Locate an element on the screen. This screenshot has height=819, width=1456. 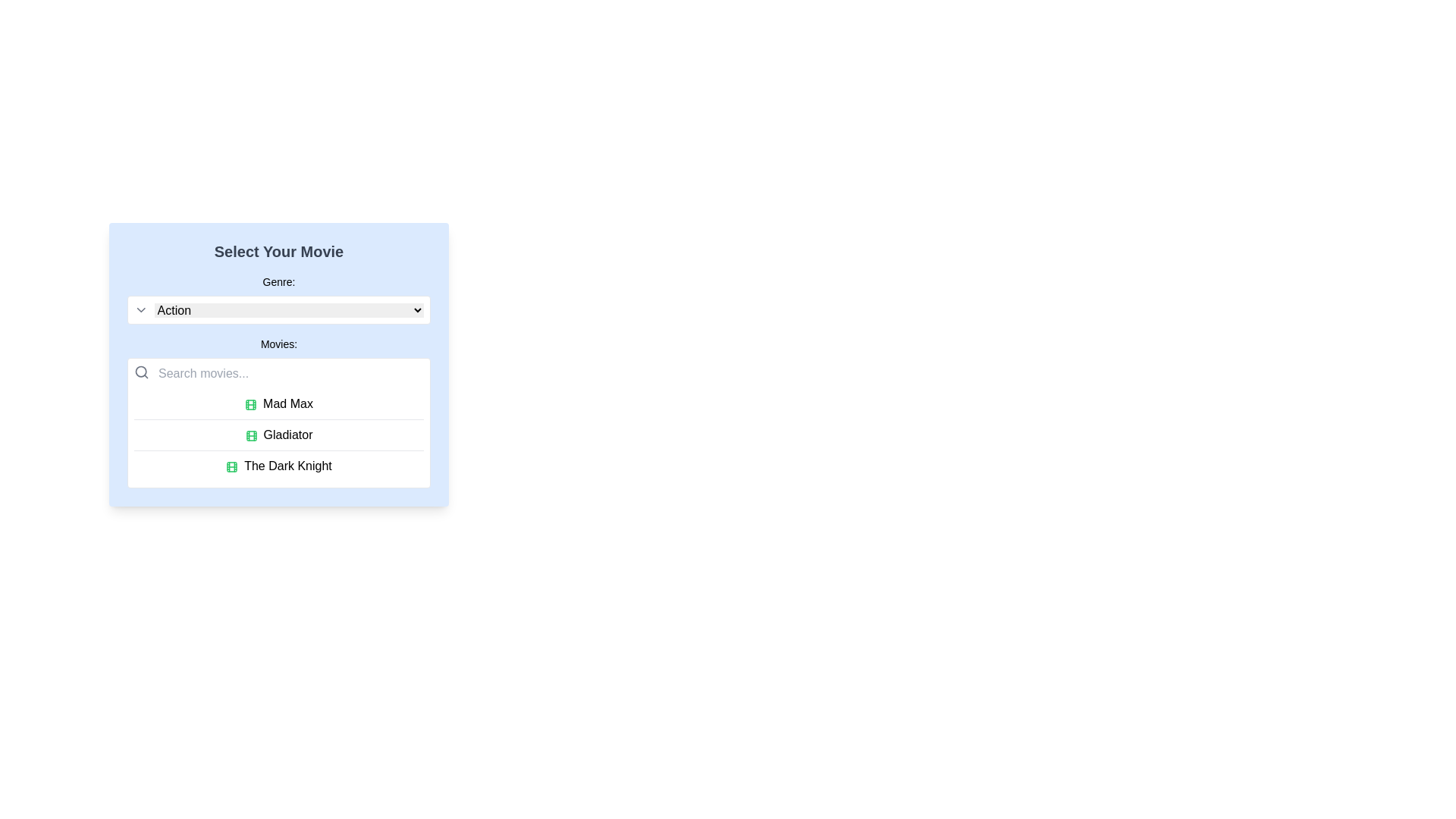
the selectable option for 'The Dark Knight' in the Movies list is located at coordinates (279, 465).